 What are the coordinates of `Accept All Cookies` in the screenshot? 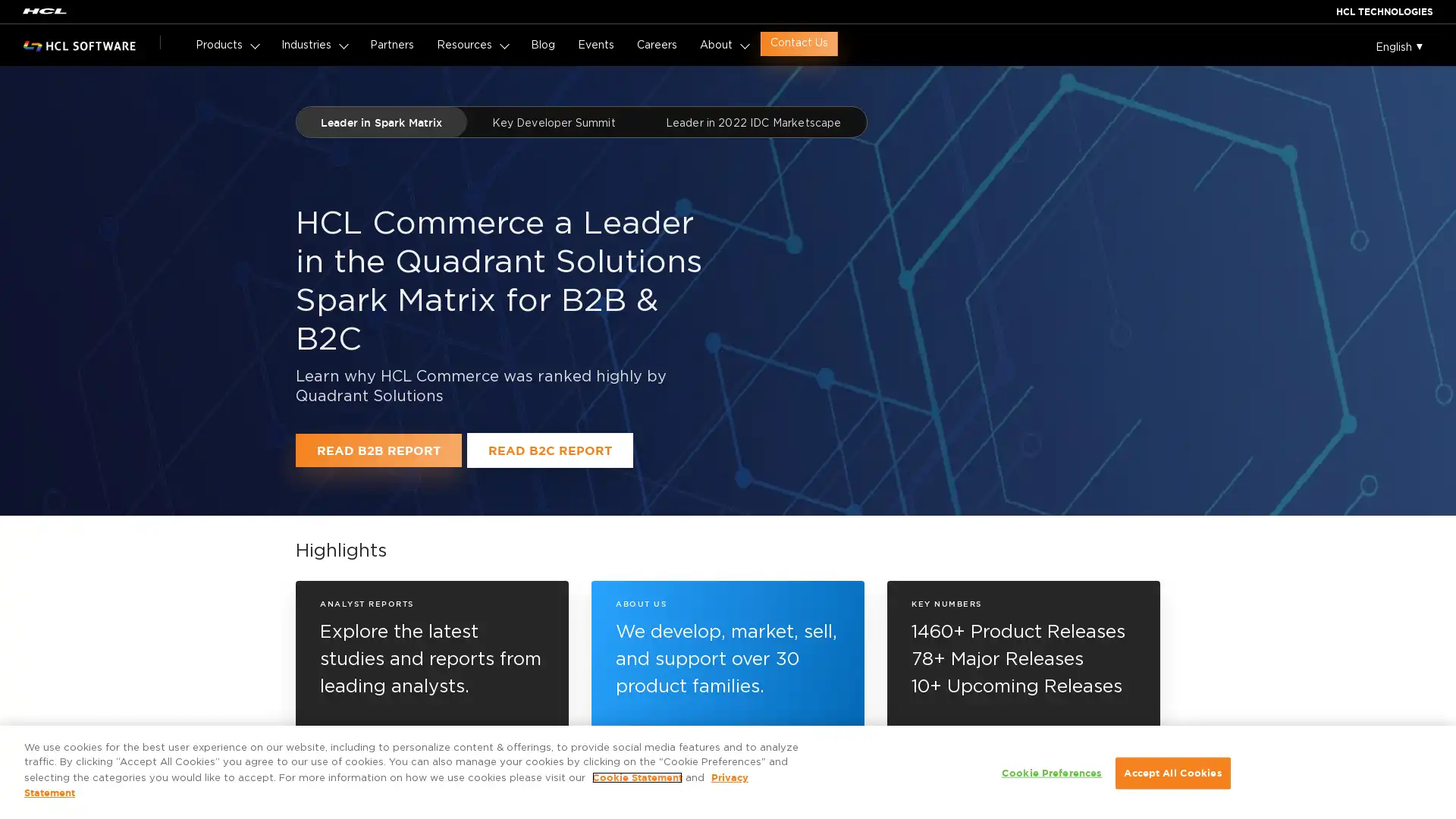 It's located at (1172, 773).